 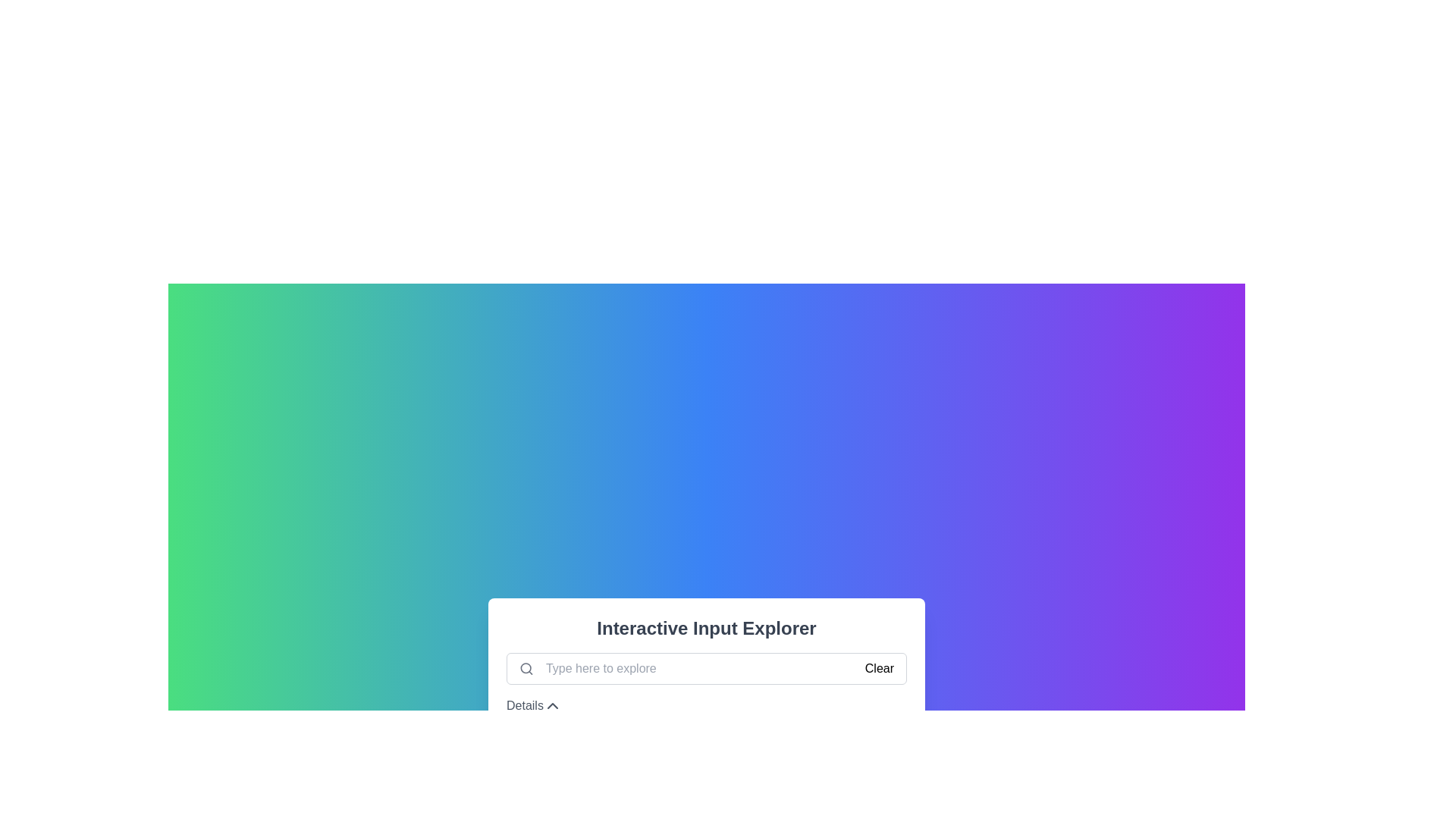 What do you see at coordinates (879, 668) in the screenshot?
I see `the clear button located to the right of the 'Type here` at bounding box center [879, 668].